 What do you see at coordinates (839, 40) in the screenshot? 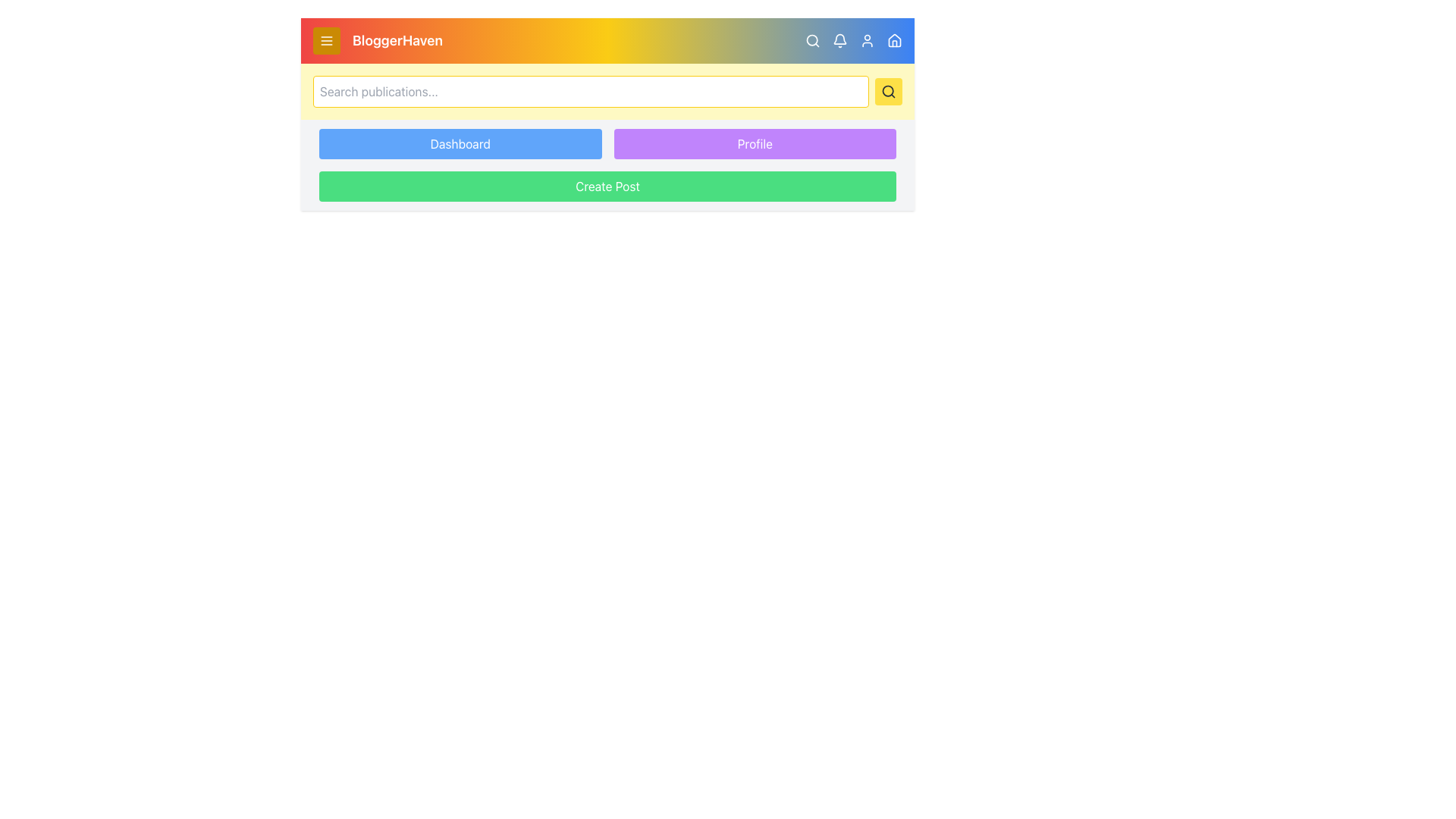
I see `the bell icon, which is the third interactive element in the top-right section of the navigation bar` at bounding box center [839, 40].